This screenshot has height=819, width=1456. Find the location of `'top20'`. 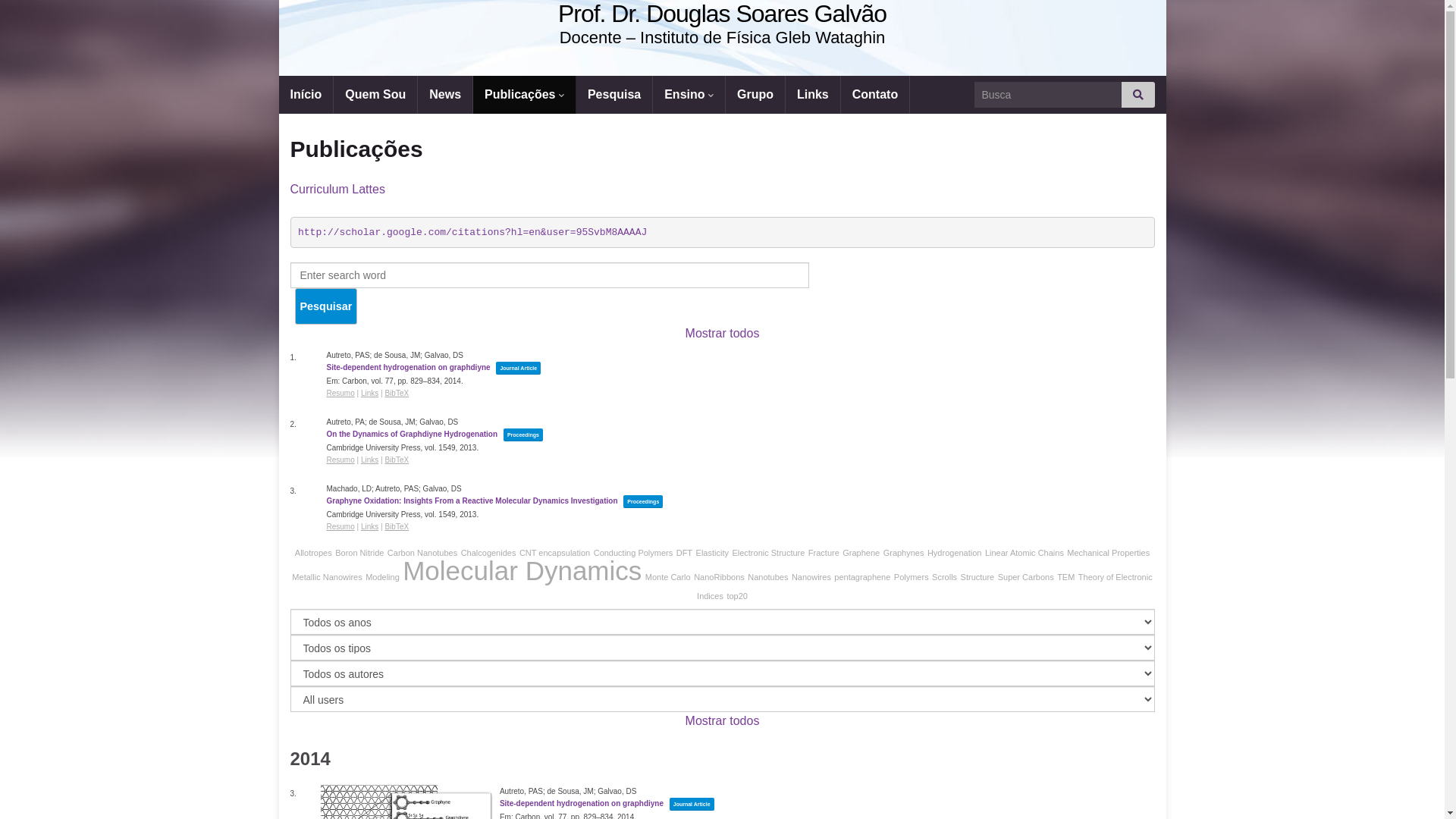

'top20' is located at coordinates (736, 595).